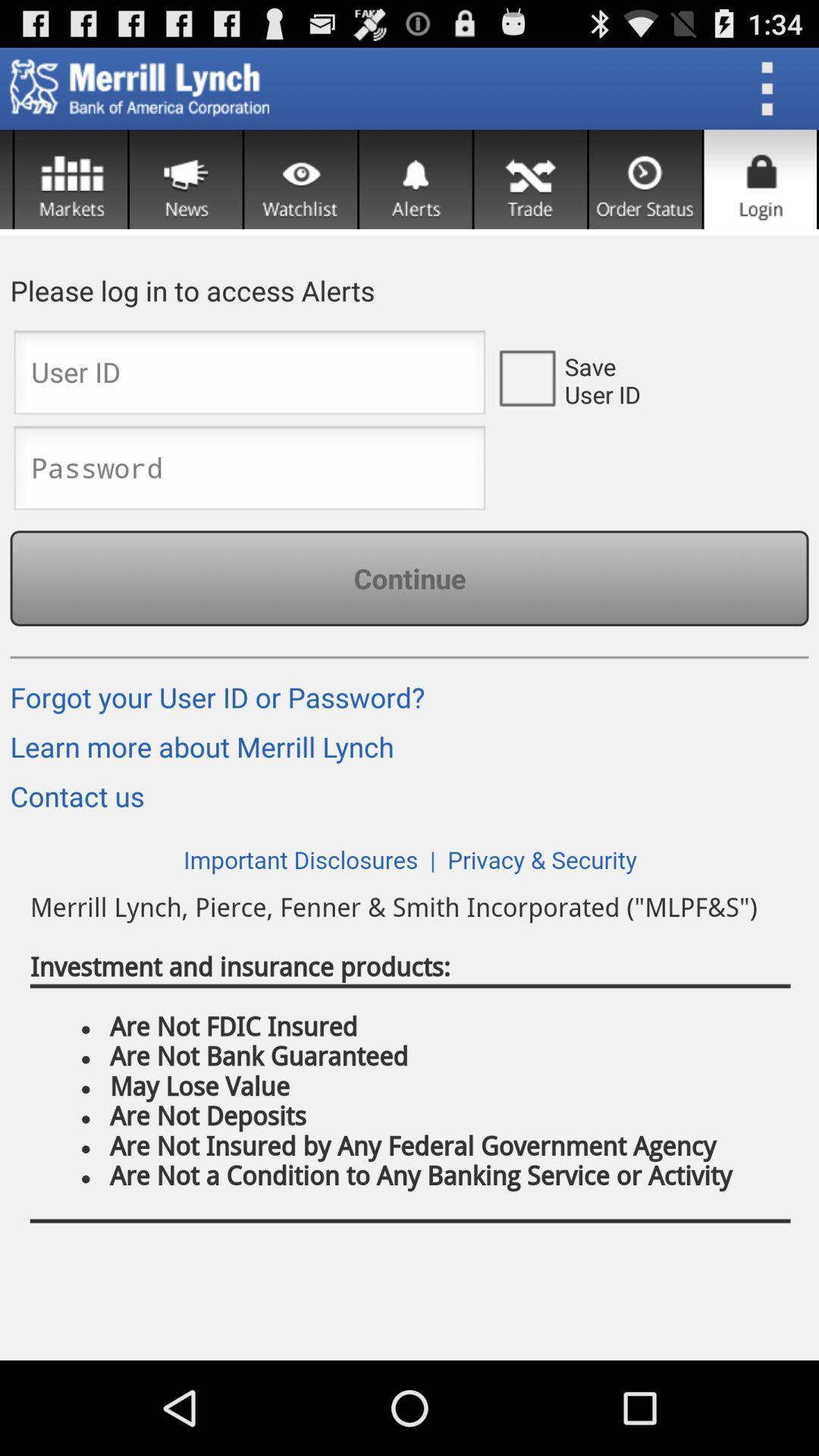 This screenshot has height=1456, width=819. What do you see at coordinates (529, 191) in the screenshot?
I see `the fullscreen icon` at bounding box center [529, 191].